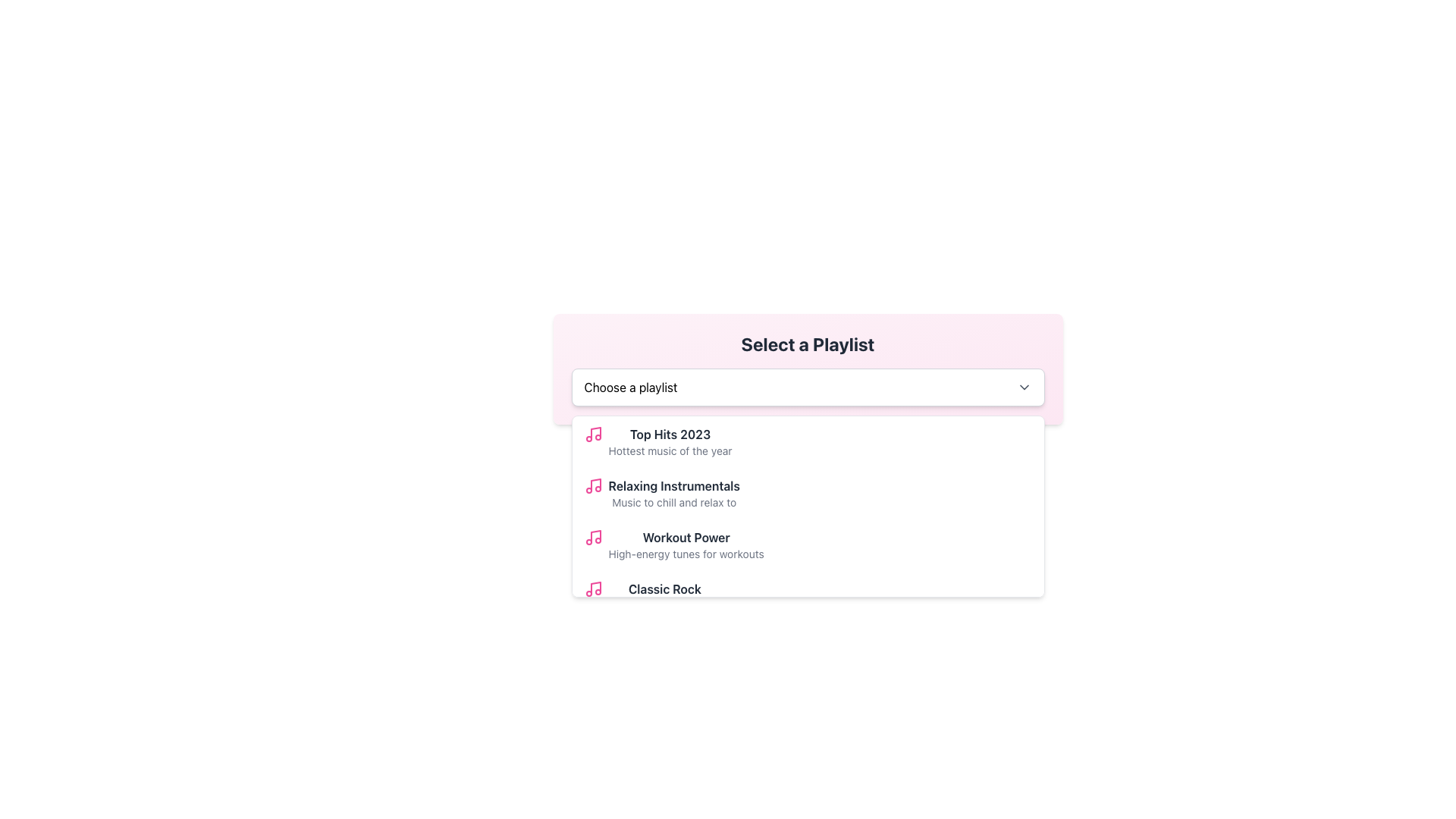 The width and height of the screenshot is (1456, 819). I want to click on the pink music-themed icon representing a musical note, located next to the 'Top Hits 2023' text in the dropdown list, so click(595, 433).